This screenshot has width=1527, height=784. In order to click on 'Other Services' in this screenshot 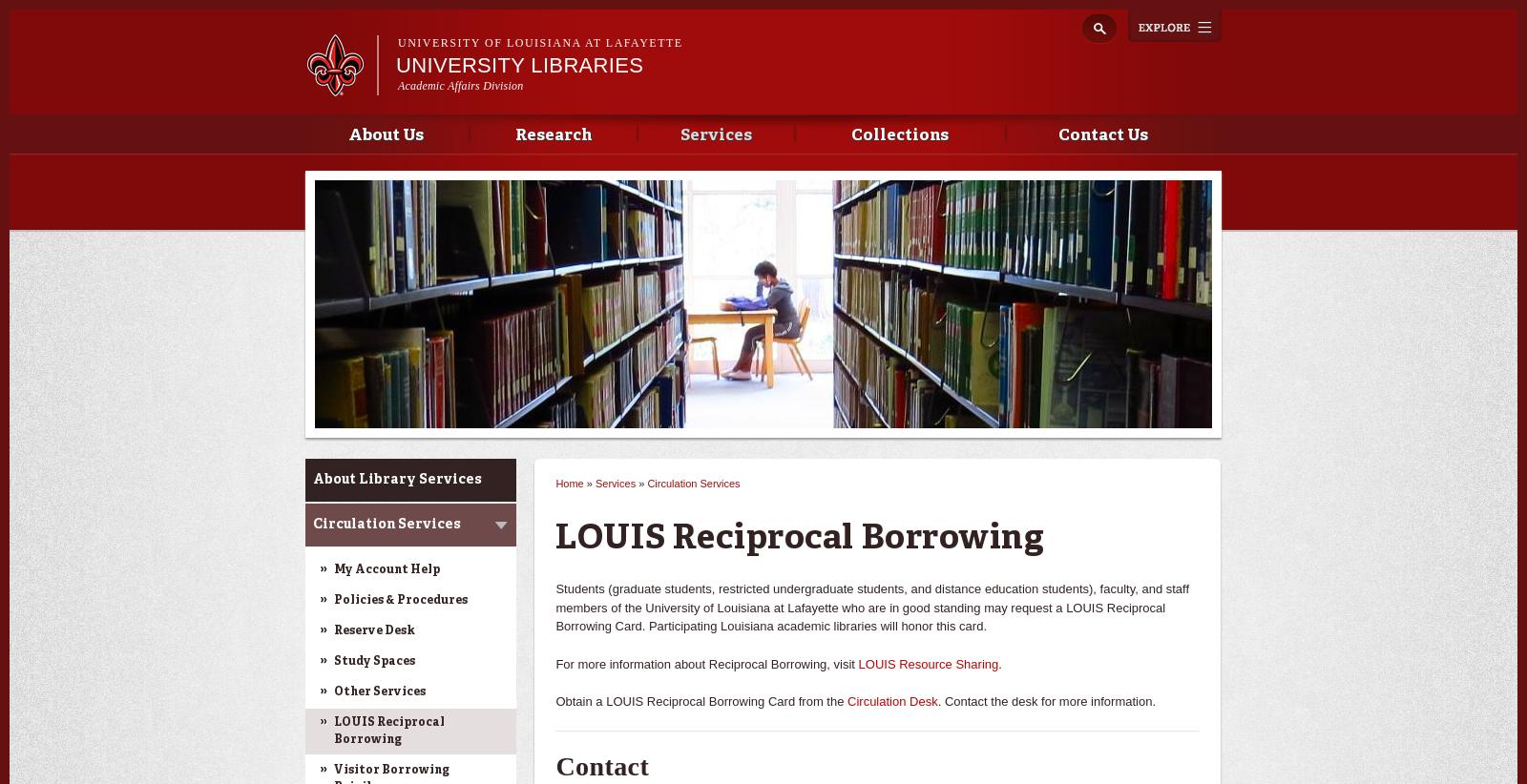, I will do `click(379, 691)`.